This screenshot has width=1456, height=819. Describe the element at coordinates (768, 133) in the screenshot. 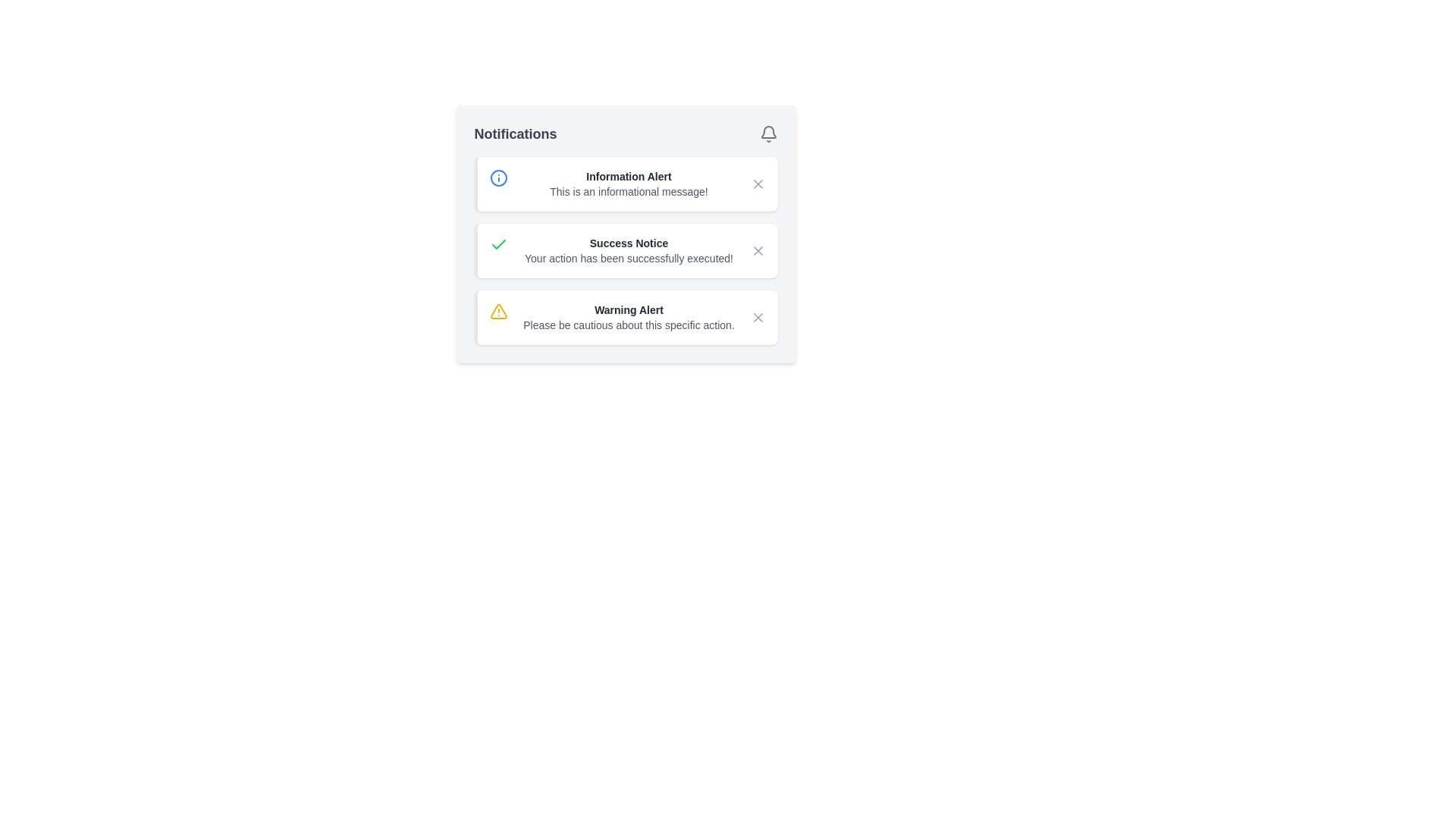

I see `the bell-shaped notification icon located in the top-right corner of the 'Notifications' header section` at that location.